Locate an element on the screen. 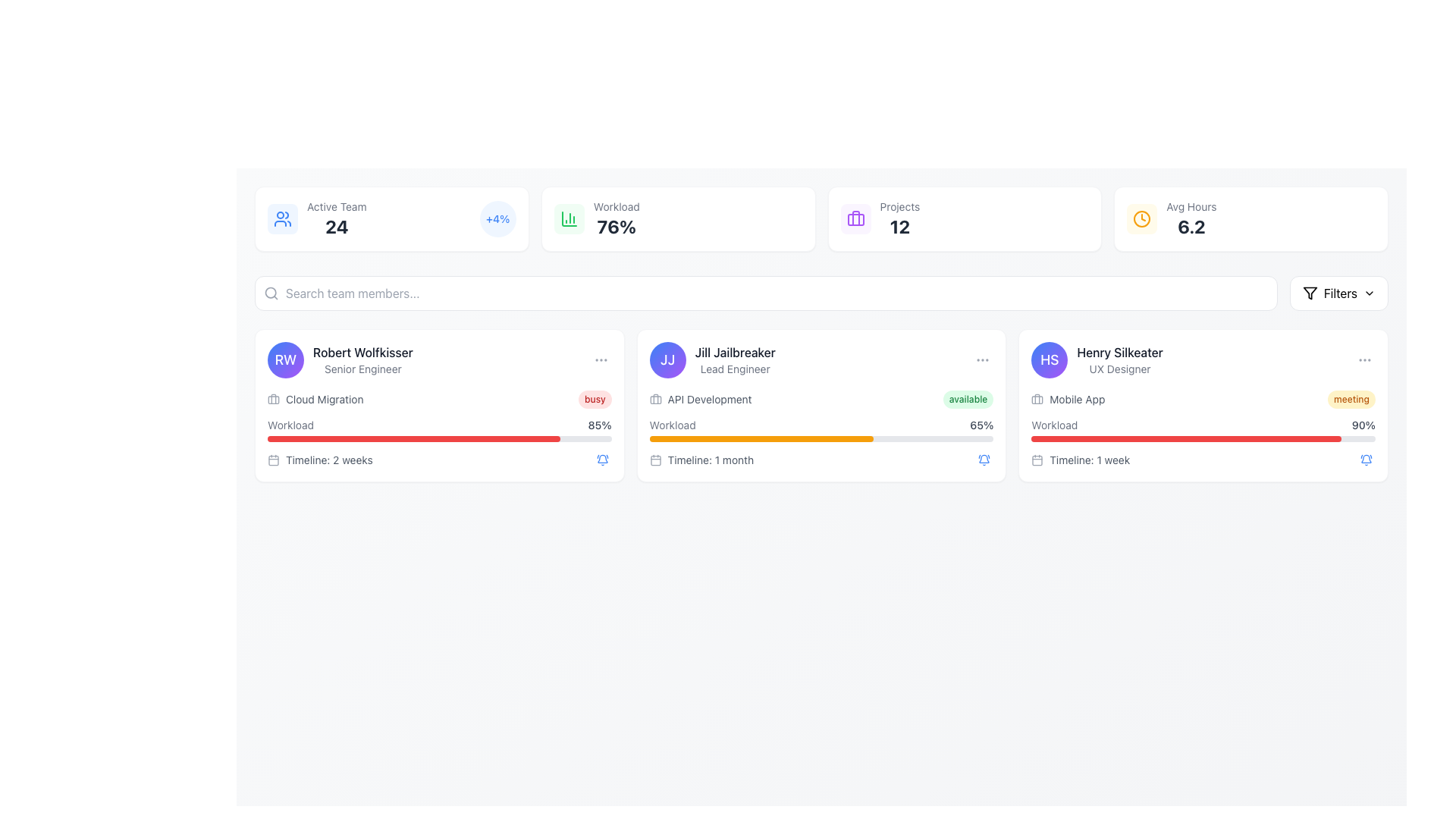 The height and width of the screenshot is (819, 1456). the informational card displaying the average hours metric, which is the fourth card in a row of metrics at the top-right corner of the interface is located at coordinates (1251, 219).